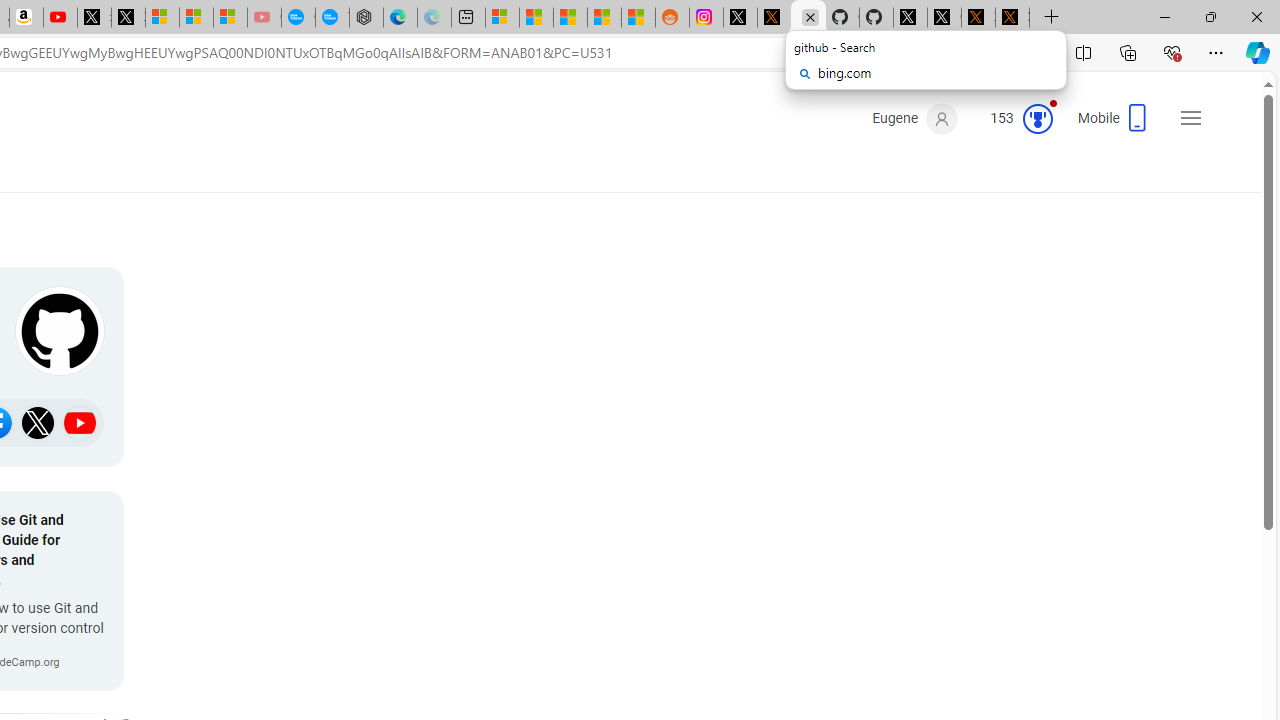  Describe the element at coordinates (60, 17) in the screenshot. I see `'Day 1: Arriving in Yemen (surreal to be here) - YouTube'` at that location.